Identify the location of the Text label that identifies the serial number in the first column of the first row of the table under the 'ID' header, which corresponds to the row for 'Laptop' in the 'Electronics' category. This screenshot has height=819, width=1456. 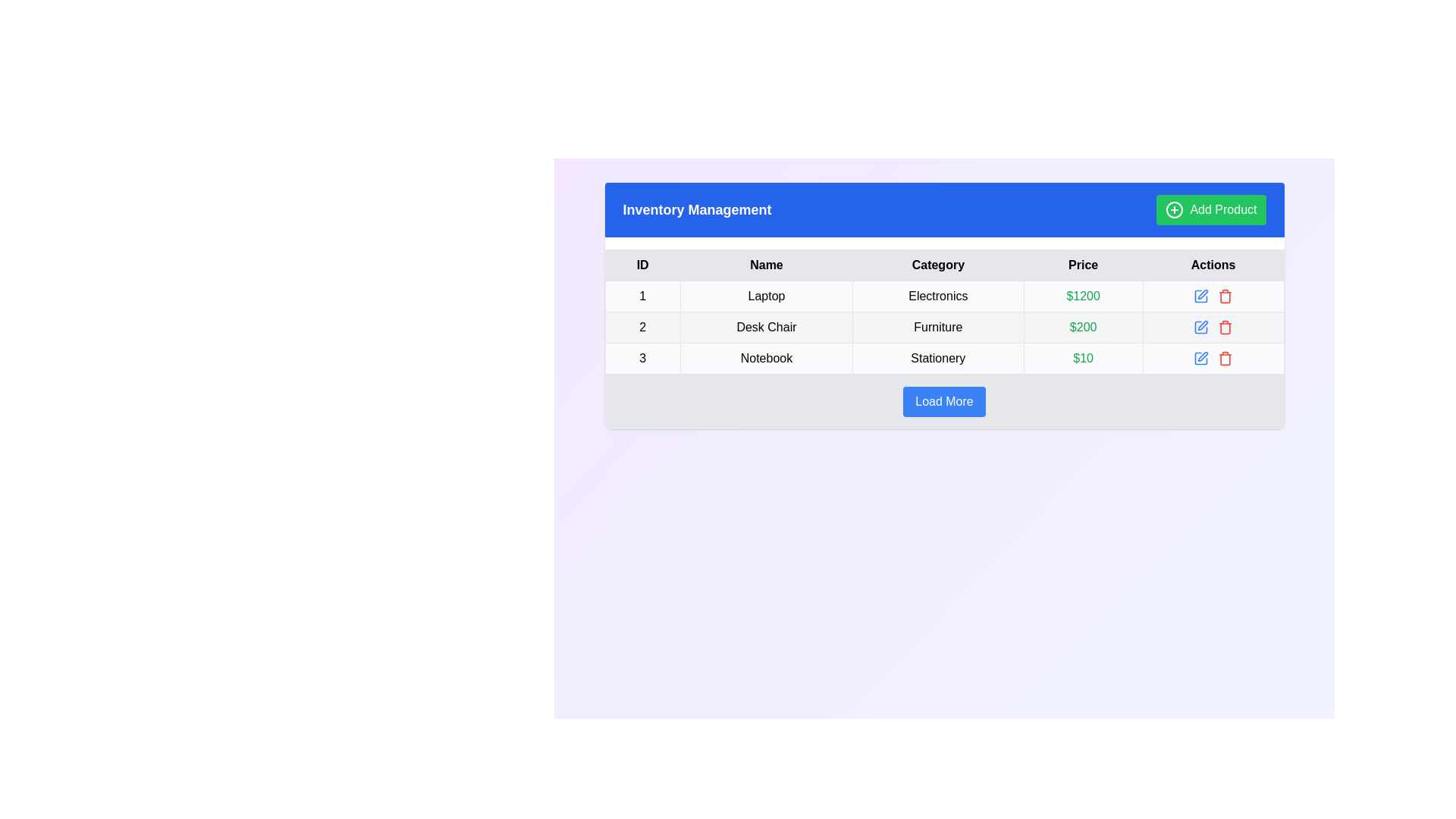
(642, 296).